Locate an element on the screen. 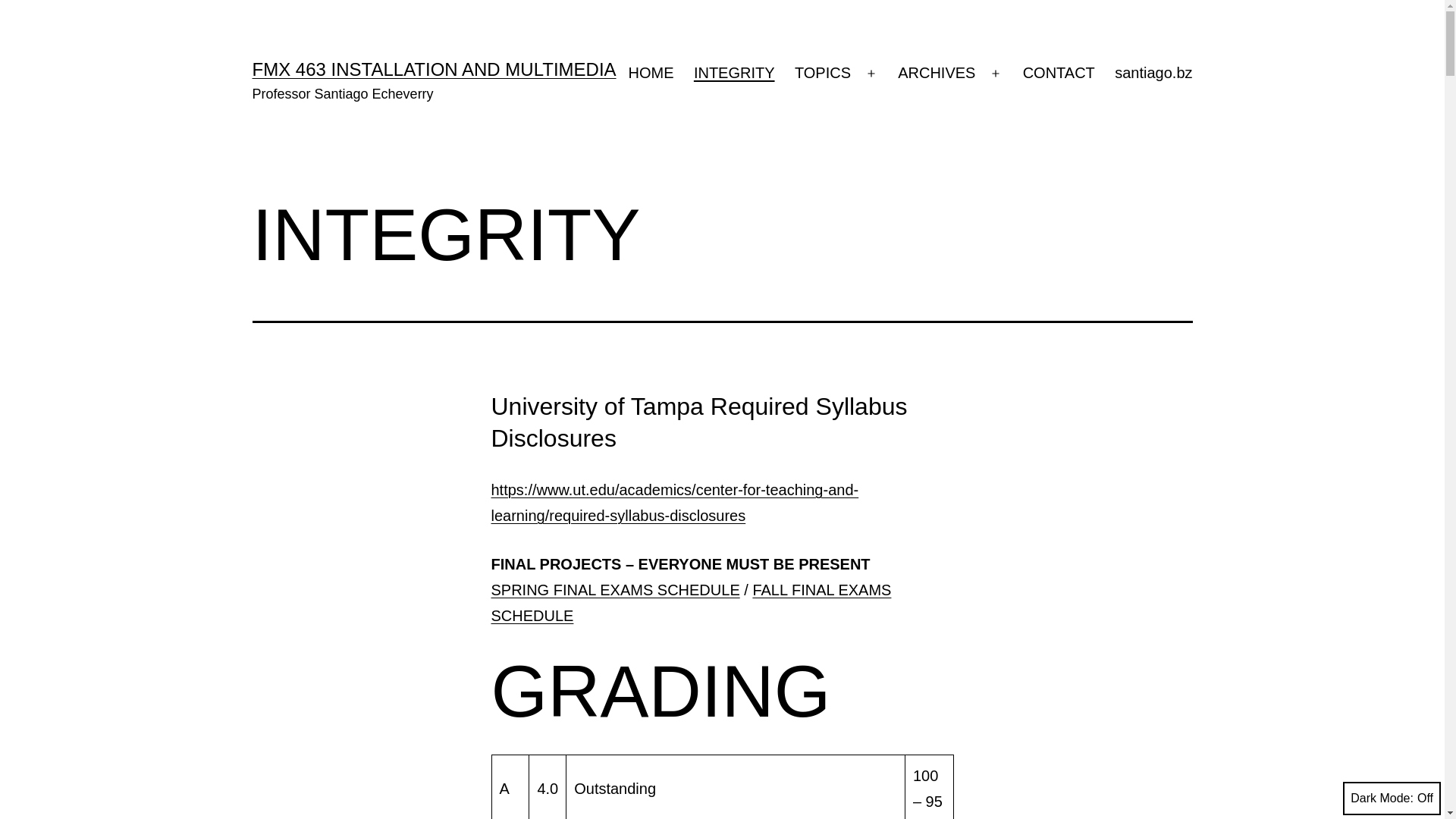 The image size is (1456, 819). 'Open menu' is located at coordinates (871, 73).